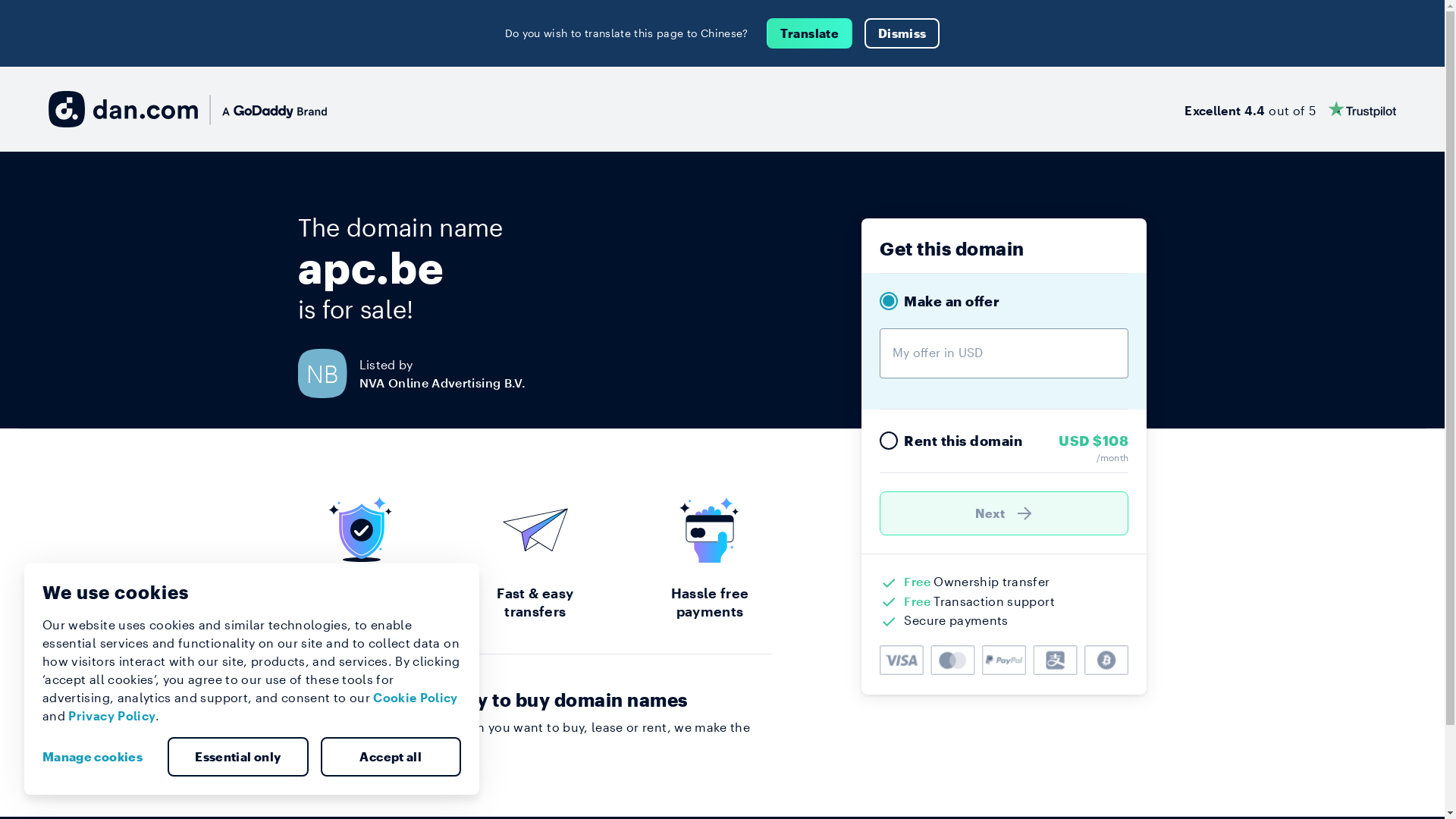  What do you see at coordinates (415, 697) in the screenshot?
I see `'Cookie Policy'` at bounding box center [415, 697].